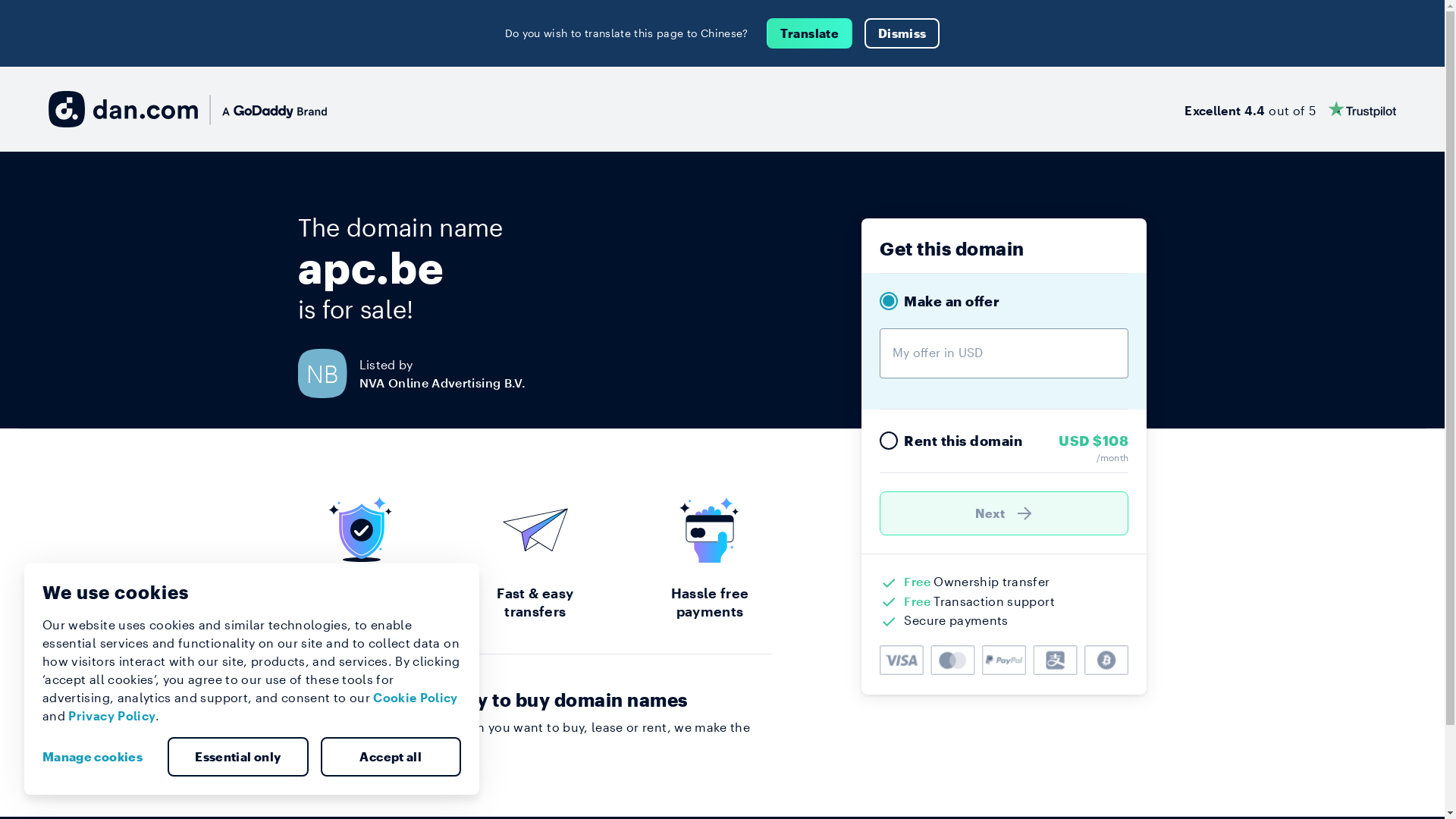  What do you see at coordinates (415, 697) in the screenshot?
I see `'Cookie Policy'` at bounding box center [415, 697].